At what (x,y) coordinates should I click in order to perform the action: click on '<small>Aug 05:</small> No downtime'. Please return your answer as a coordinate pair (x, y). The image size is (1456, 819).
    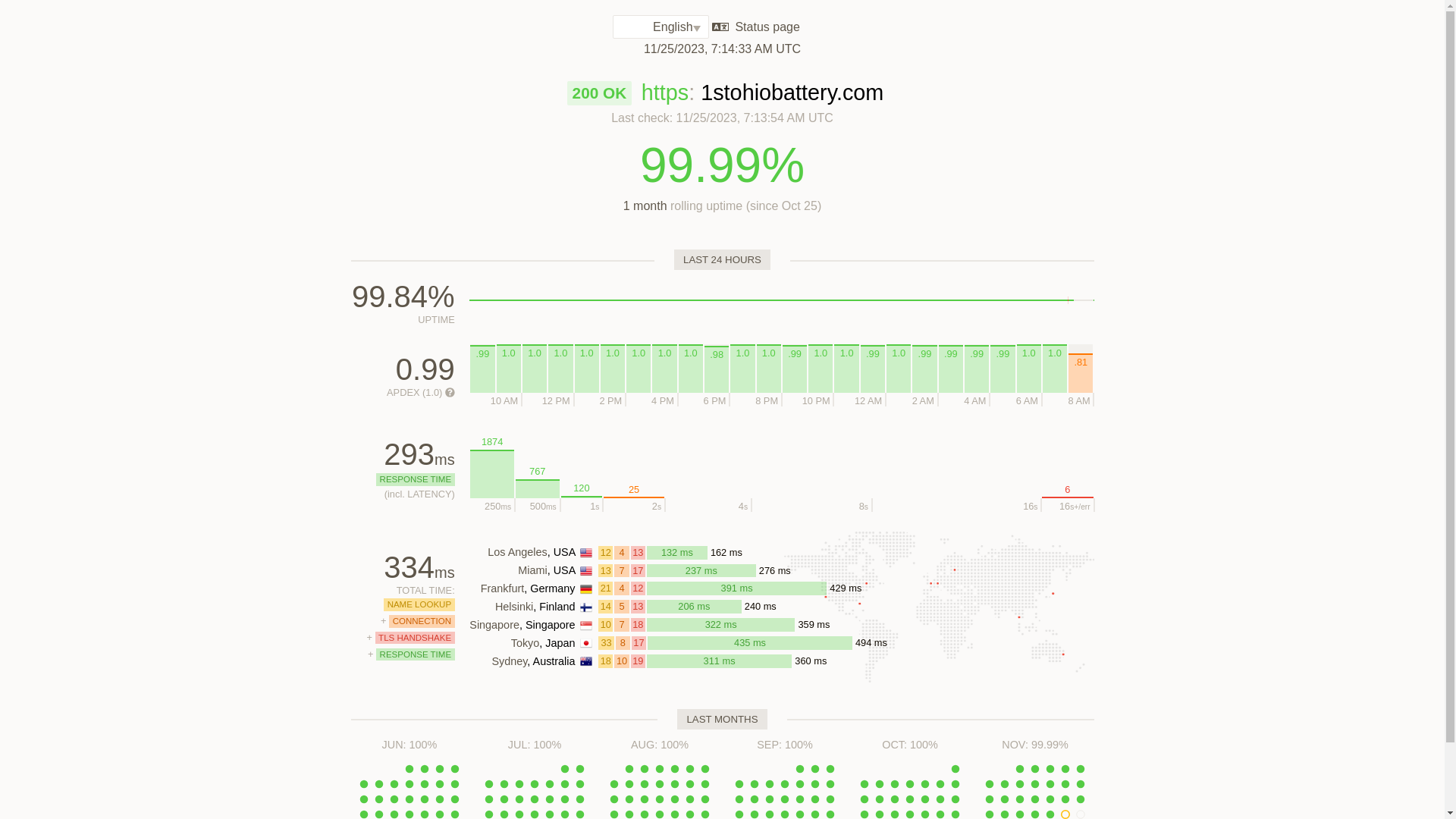
    Looking at the image, I should click on (689, 769).